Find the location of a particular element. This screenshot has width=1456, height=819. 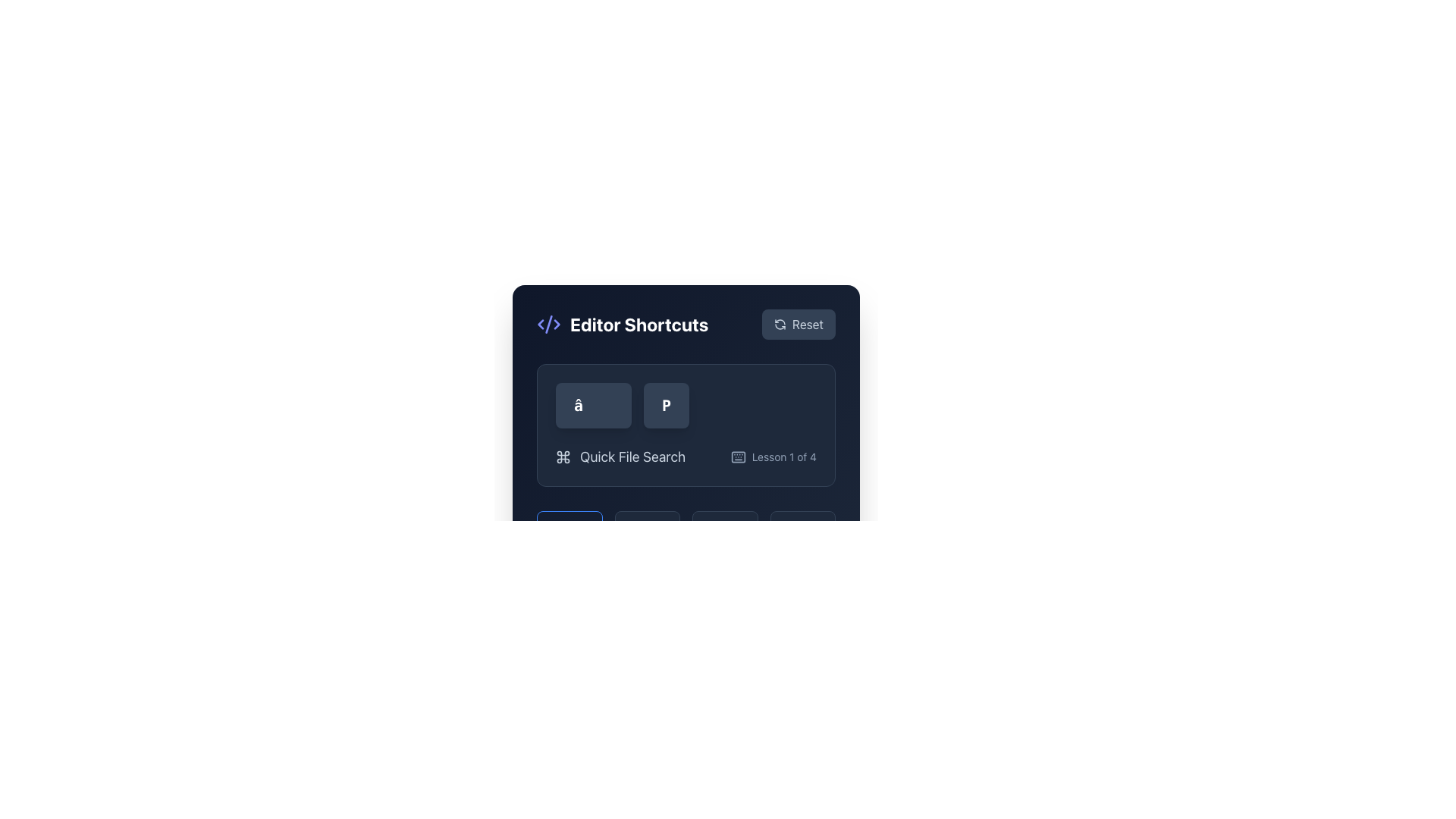

the rectangular background element that serves as the visual component for the keyboard group within the UI is located at coordinates (738, 456).